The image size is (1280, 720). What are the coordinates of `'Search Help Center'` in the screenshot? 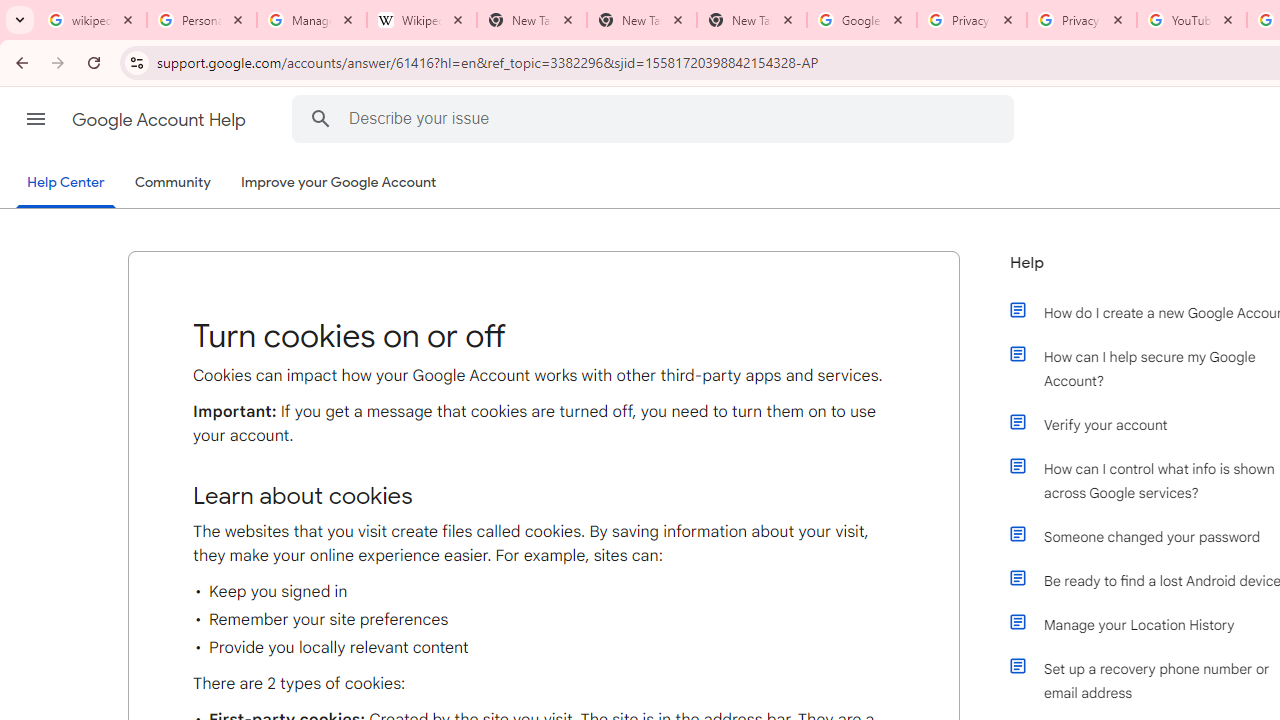 It's located at (320, 118).